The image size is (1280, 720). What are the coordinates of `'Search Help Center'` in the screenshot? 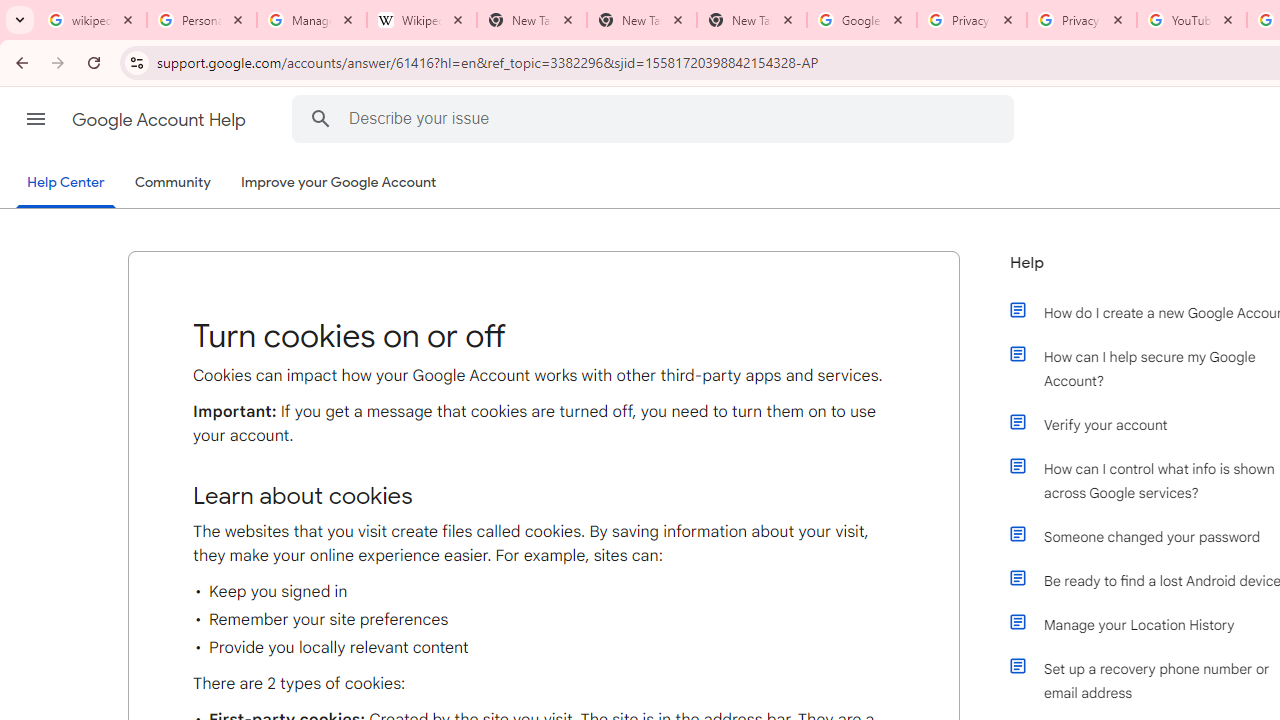 It's located at (320, 118).